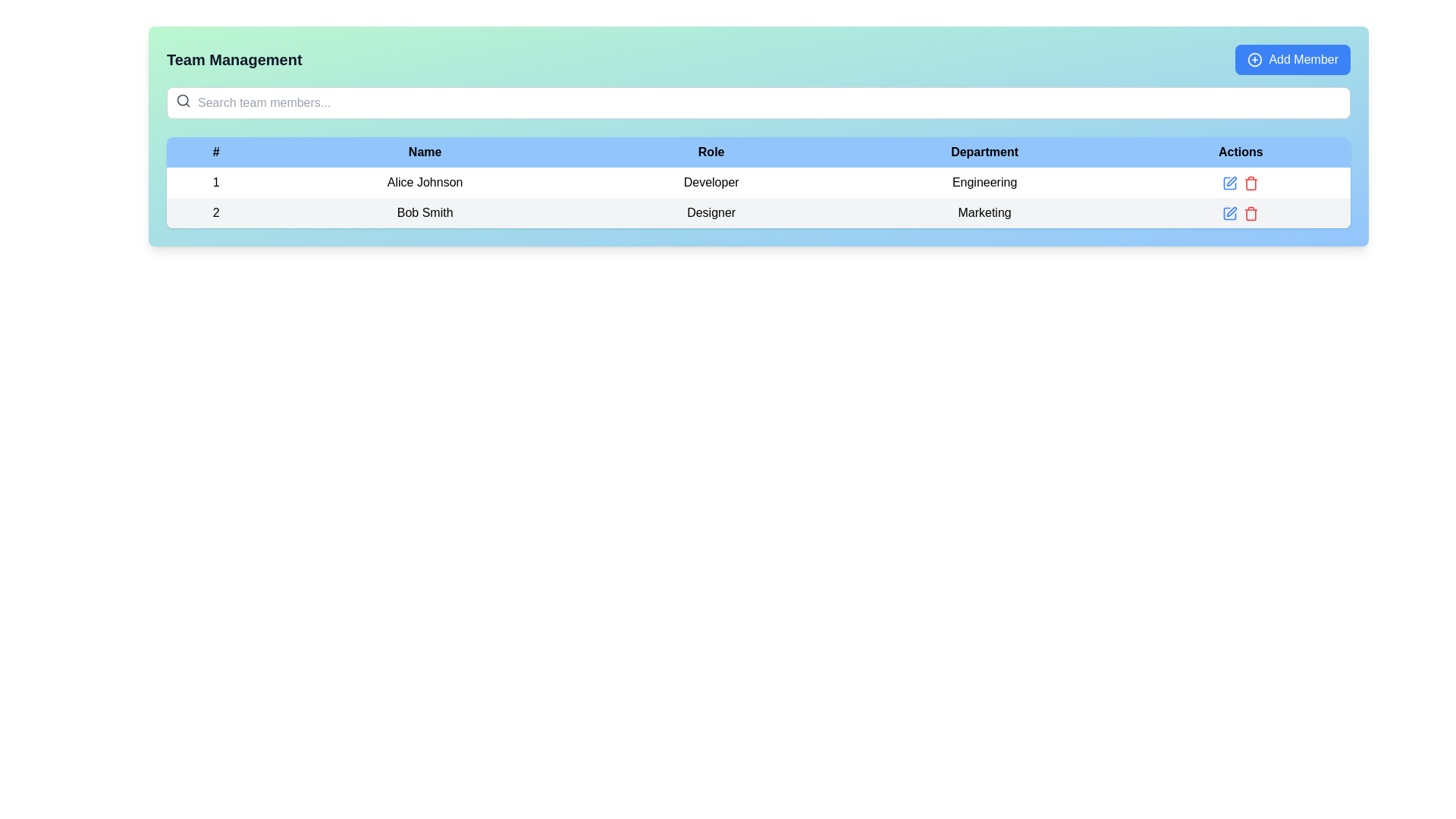  Describe the element at coordinates (984, 213) in the screenshot. I see `the 'Marketing' label in the fourth cell of the second row of the table, which is under the 'Department' column` at that location.